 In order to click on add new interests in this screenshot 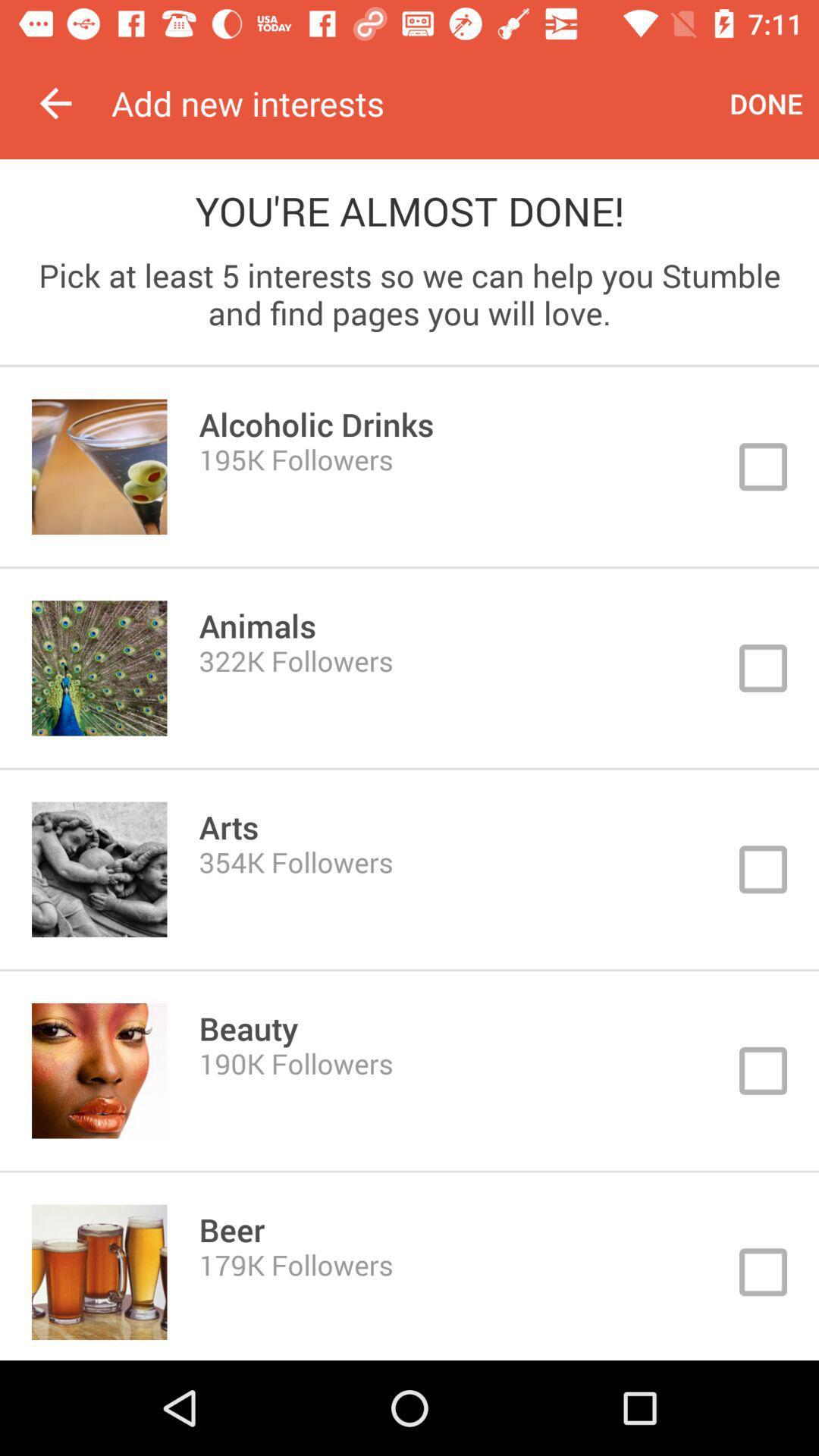, I will do `click(413, 102)`.